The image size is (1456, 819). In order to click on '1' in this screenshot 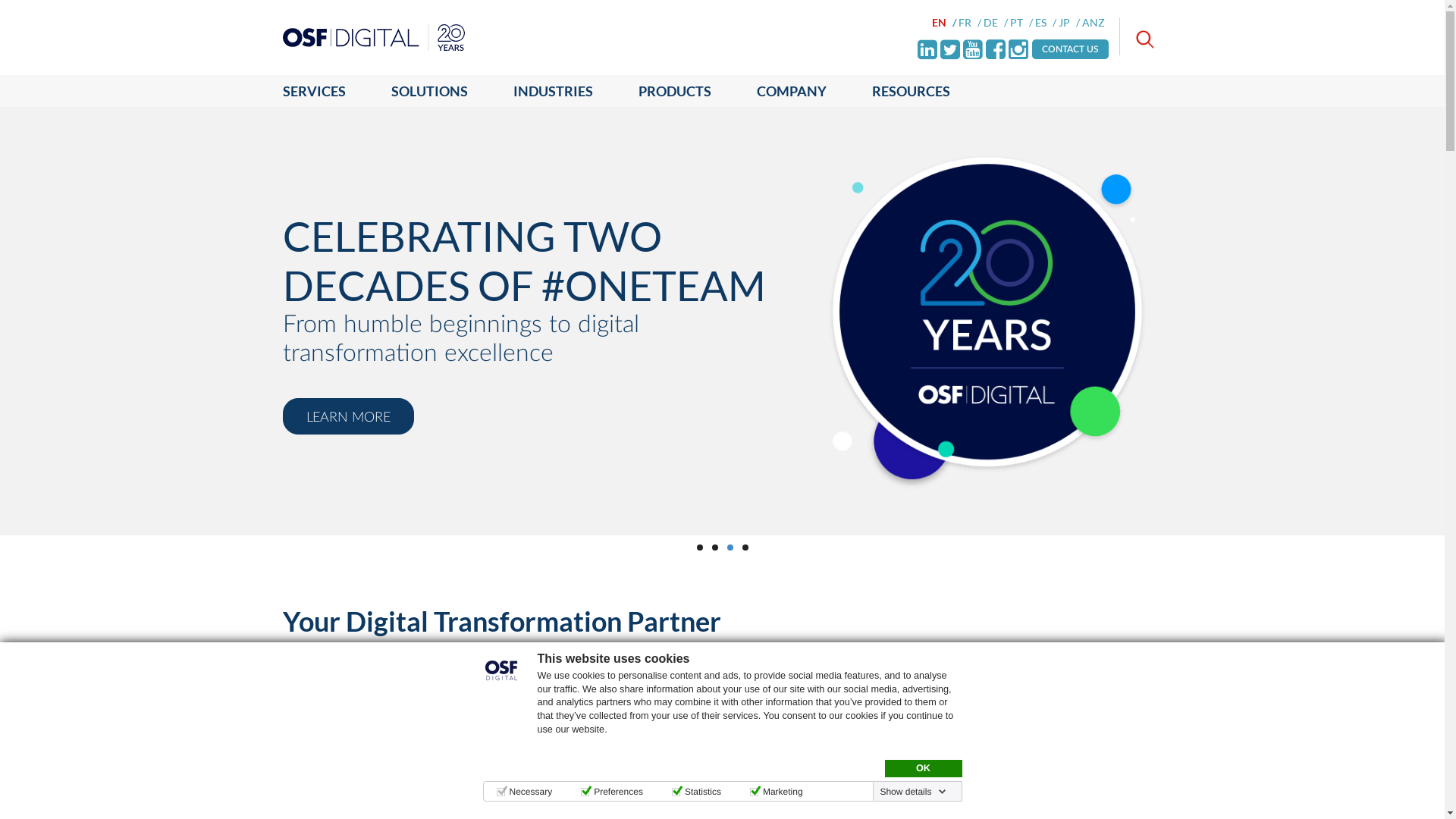, I will do `click(698, 547)`.